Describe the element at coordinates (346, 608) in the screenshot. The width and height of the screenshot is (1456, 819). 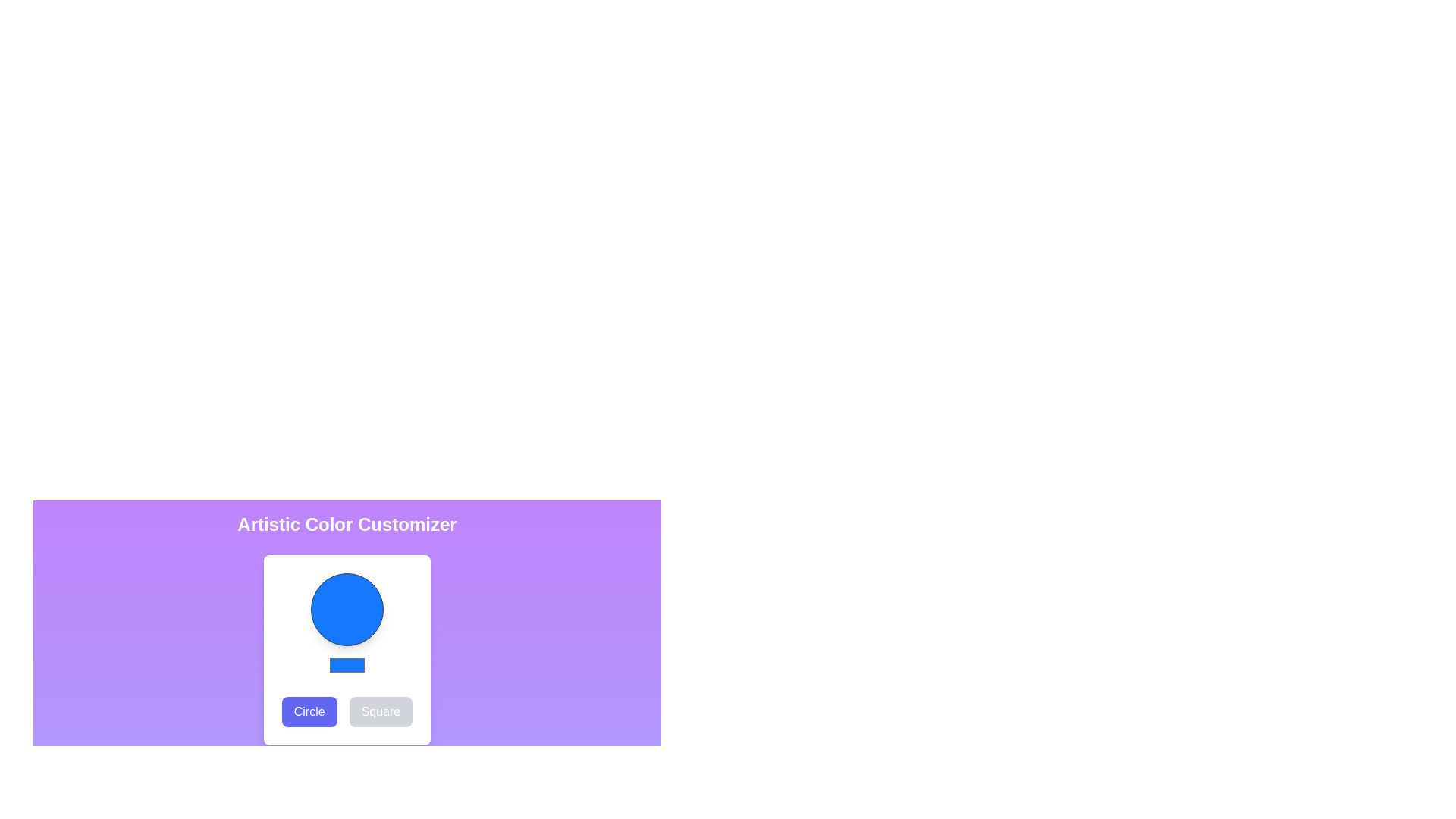
I see `the circular decorative element that serves as a preview or display area for color configuration` at that location.